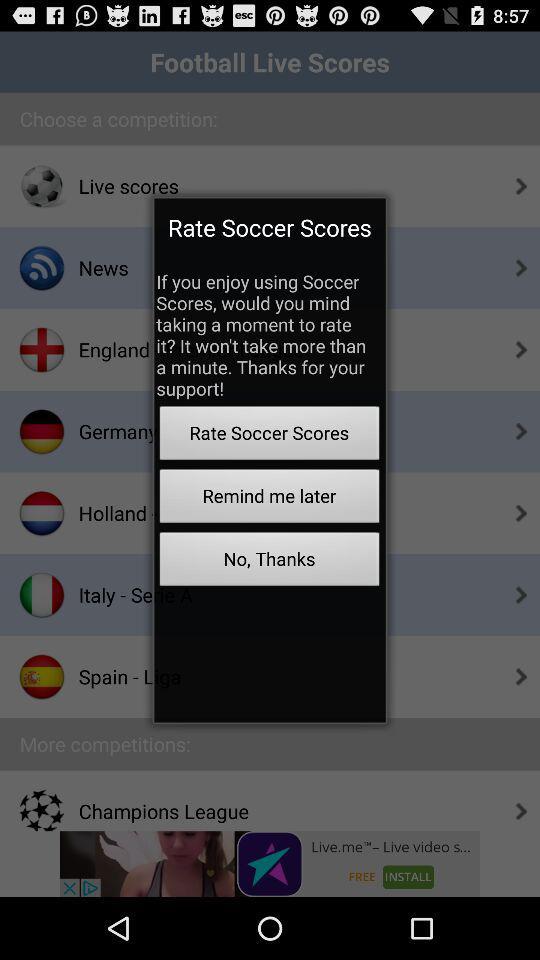  What do you see at coordinates (269, 498) in the screenshot?
I see `icon above the no, thanks item` at bounding box center [269, 498].